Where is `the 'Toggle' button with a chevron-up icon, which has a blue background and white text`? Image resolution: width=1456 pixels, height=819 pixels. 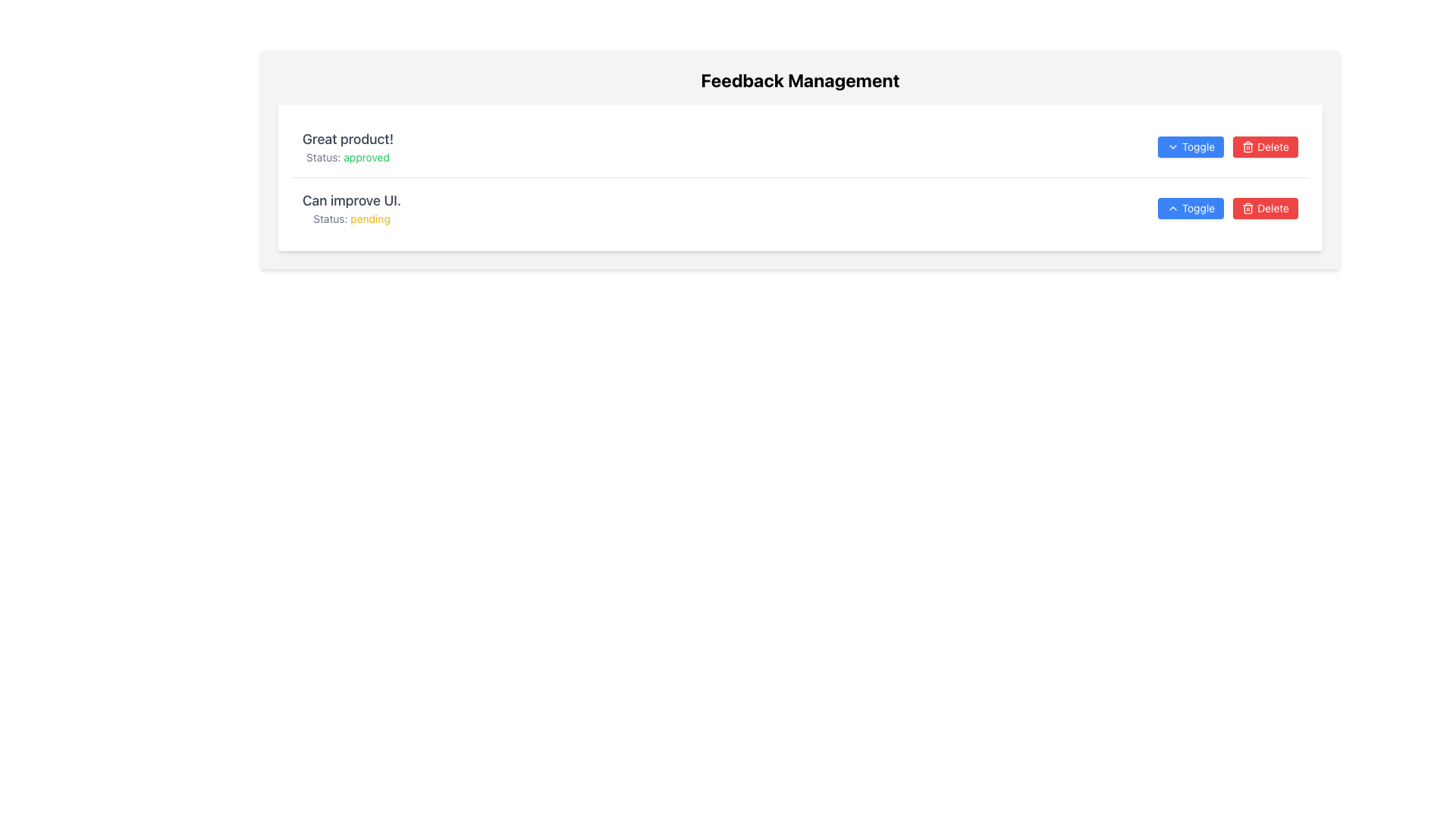
the 'Toggle' button with a chevron-up icon, which has a blue background and white text is located at coordinates (1190, 208).